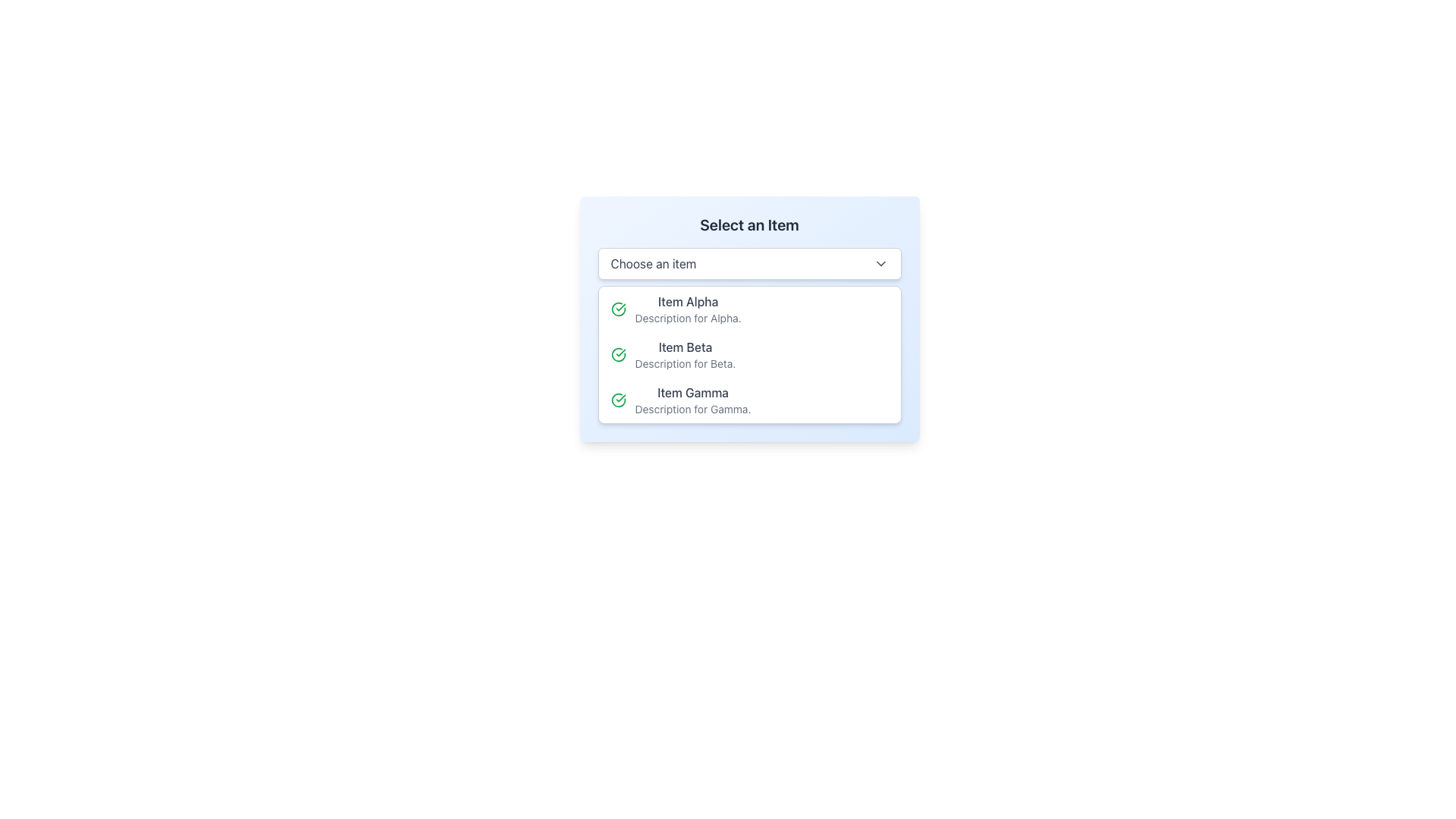 This screenshot has width=1456, height=819. Describe the element at coordinates (618, 354) in the screenshot. I see `the visual indicator icon to mark 'Item Beta' as selected or validated, which is located on the left side of the 'Item Beta' text within the dropdown menu` at that location.